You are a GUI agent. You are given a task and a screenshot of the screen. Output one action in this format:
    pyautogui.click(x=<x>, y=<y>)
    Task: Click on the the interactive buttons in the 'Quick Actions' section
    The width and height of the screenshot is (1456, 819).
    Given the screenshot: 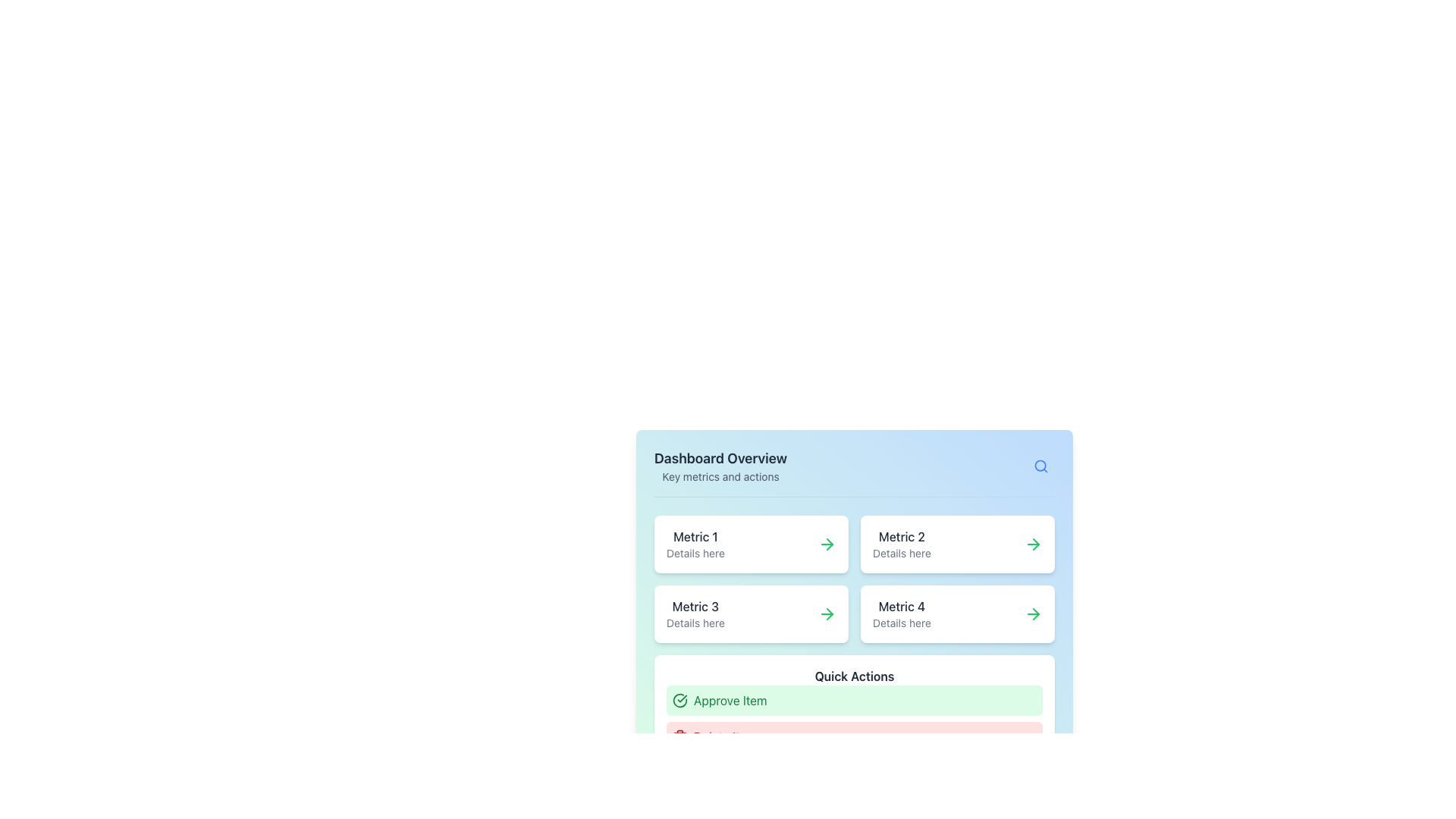 What is the action you would take?
    pyautogui.click(x=855, y=718)
    